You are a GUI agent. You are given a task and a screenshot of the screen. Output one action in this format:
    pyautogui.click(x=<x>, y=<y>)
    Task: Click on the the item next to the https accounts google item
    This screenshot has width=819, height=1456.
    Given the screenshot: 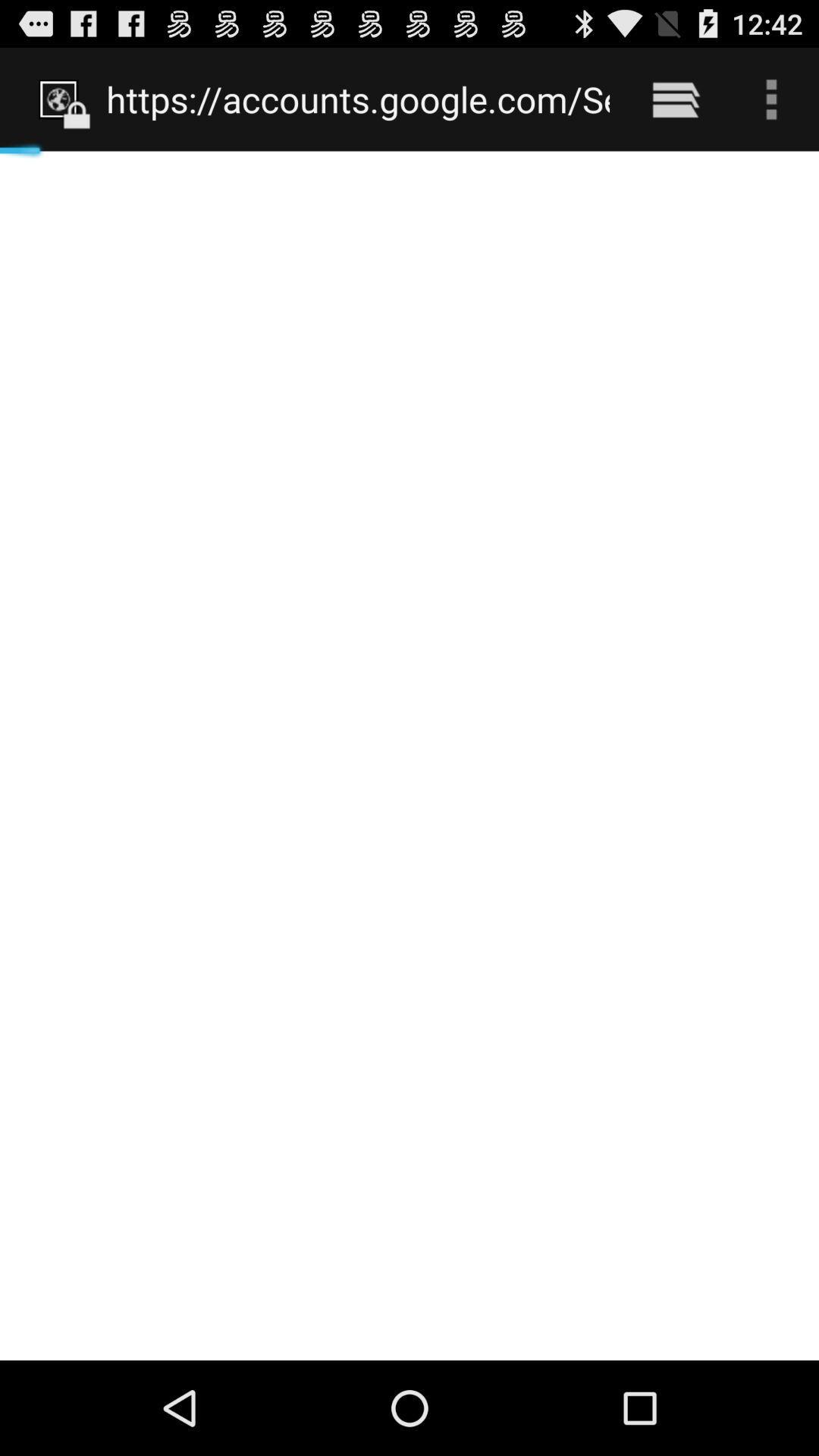 What is the action you would take?
    pyautogui.click(x=675, y=99)
    